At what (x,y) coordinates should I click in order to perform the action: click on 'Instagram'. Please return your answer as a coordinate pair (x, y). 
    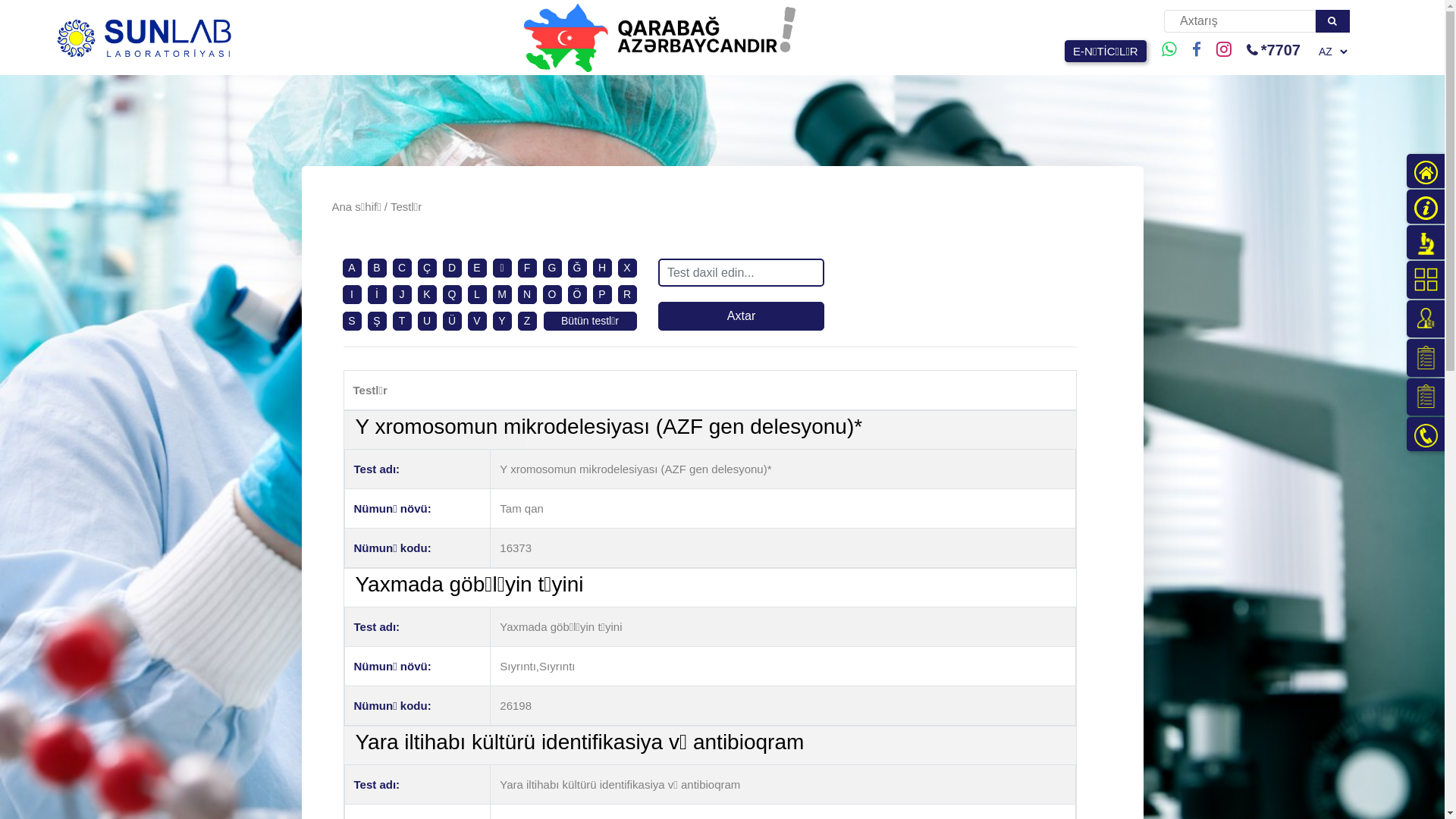
    Looking at the image, I should click on (1223, 49).